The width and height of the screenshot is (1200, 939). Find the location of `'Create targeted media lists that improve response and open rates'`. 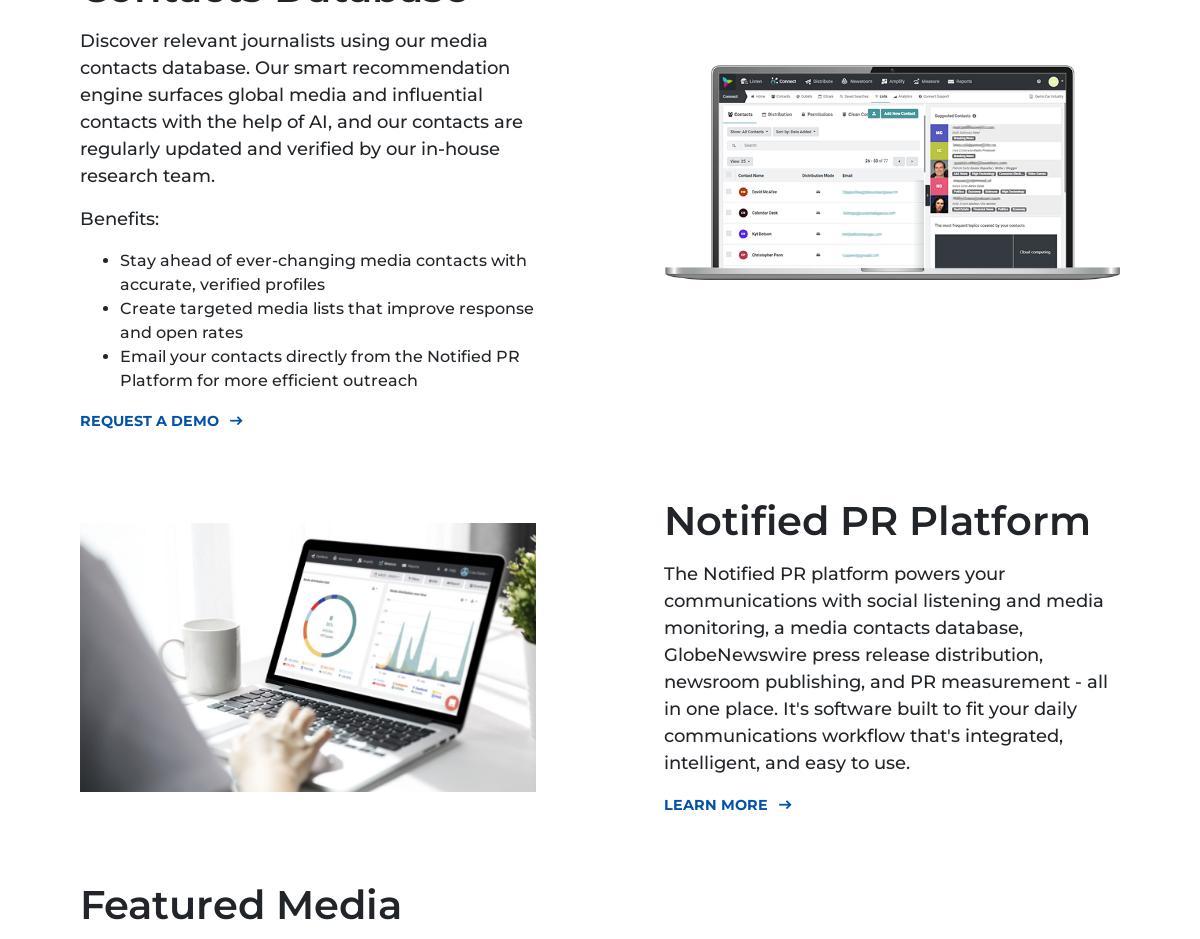

'Create targeted media lists that improve response and open rates' is located at coordinates (327, 320).